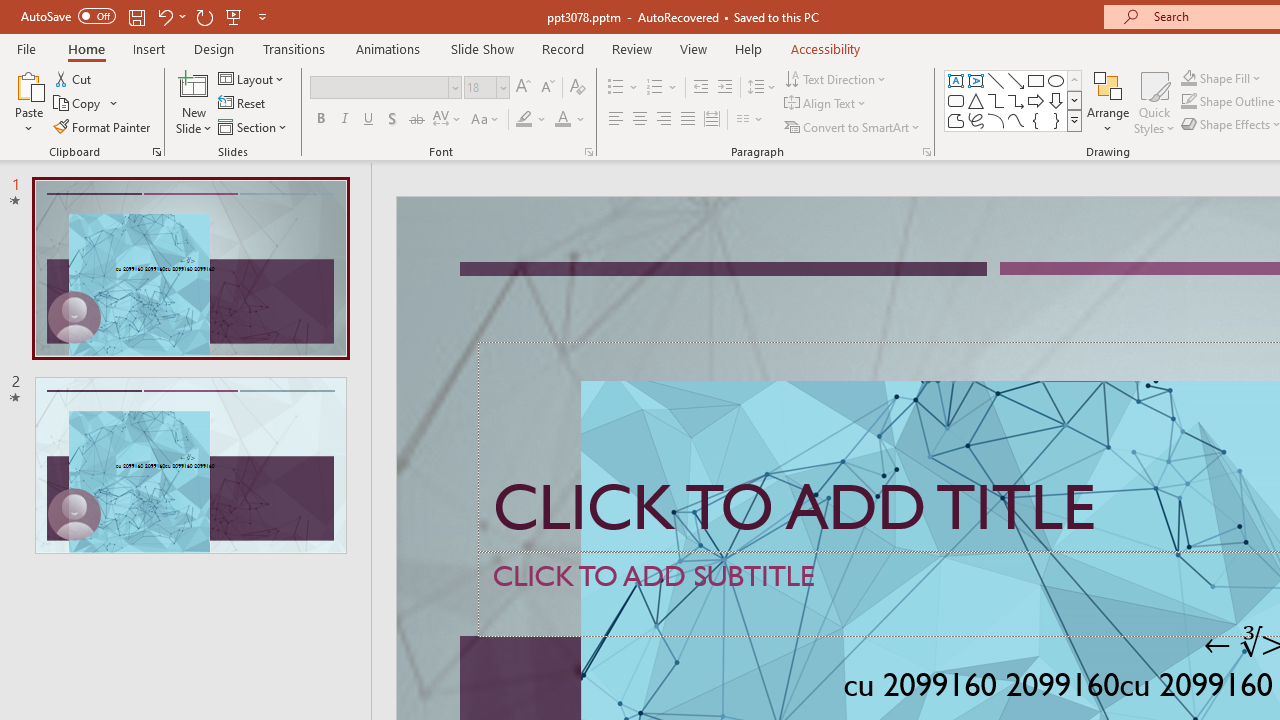  What do you see at coordinates (955, 100) in the screenshot?
I see `'Rectangle: Rounded Corners'` at bounding box center [955, 100].